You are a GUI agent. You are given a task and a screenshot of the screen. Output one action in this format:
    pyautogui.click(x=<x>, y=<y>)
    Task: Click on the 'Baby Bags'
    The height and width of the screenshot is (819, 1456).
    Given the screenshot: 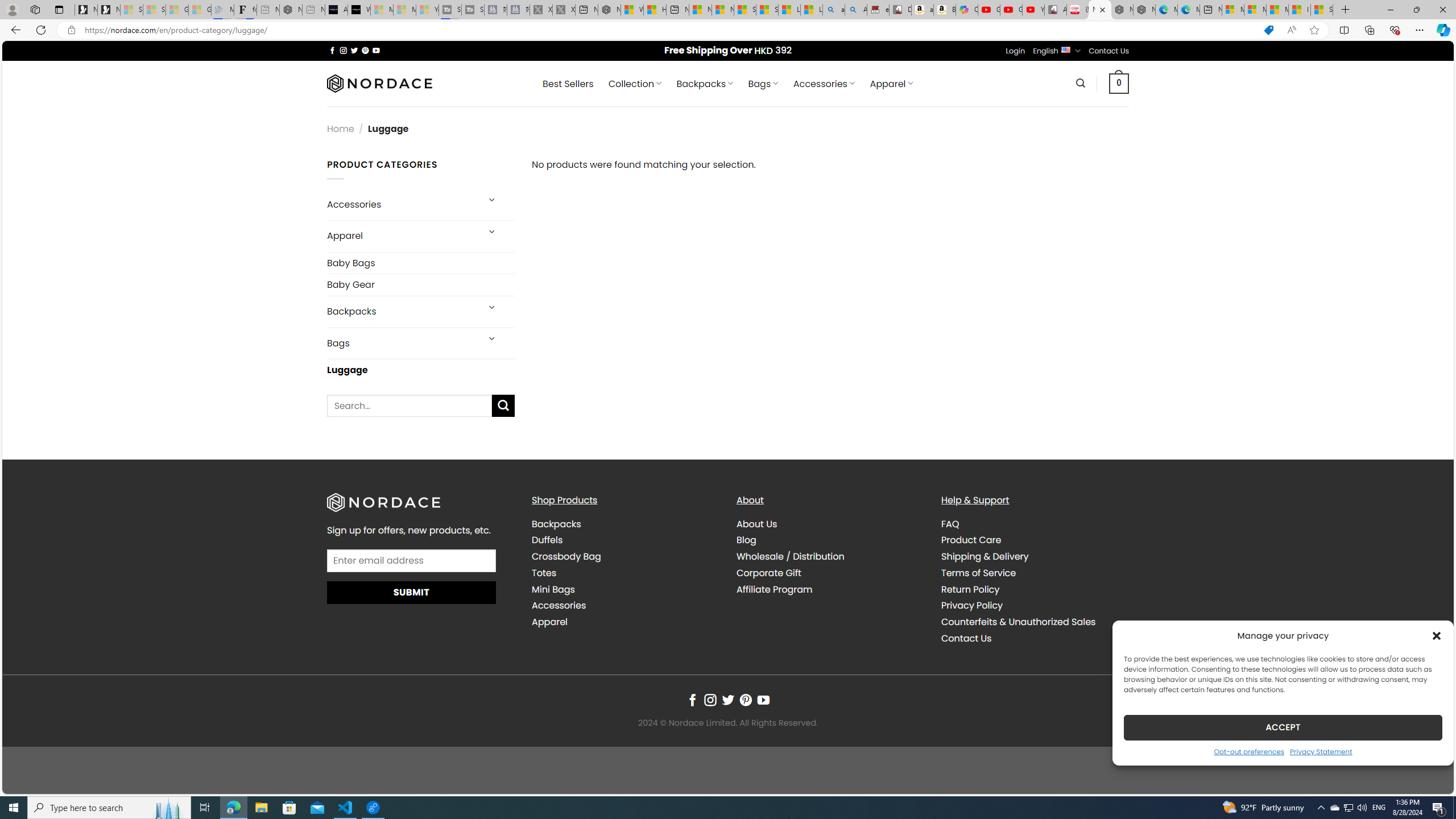 What is the action you would take?
    pyautogui.click(x=421, y=263)
    